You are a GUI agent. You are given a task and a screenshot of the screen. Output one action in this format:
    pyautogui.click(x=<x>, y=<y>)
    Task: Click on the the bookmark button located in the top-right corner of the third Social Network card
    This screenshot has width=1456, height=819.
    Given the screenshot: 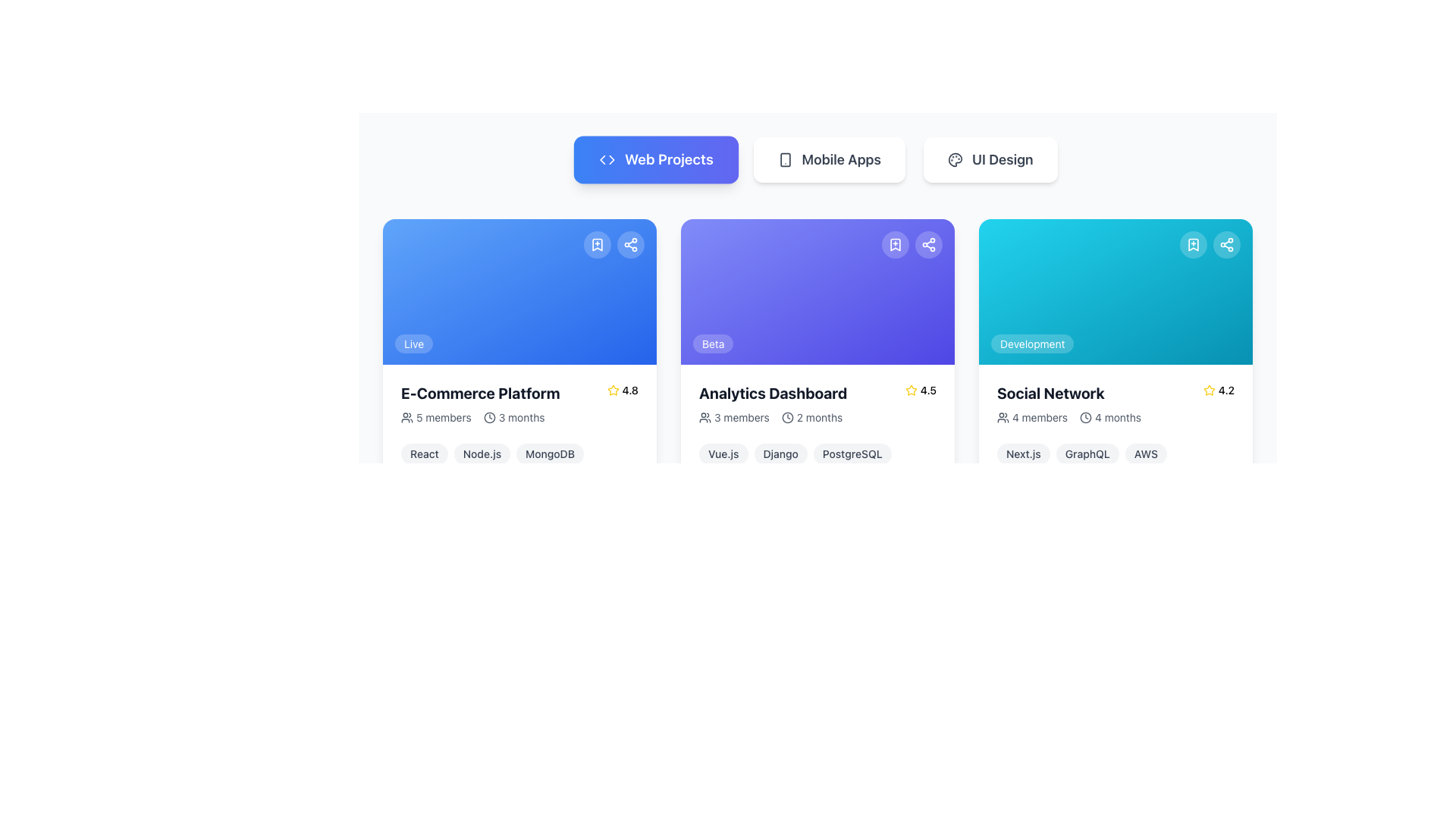 What is the action you would take?
    pyautogui.click(x=1193, y=244)
    